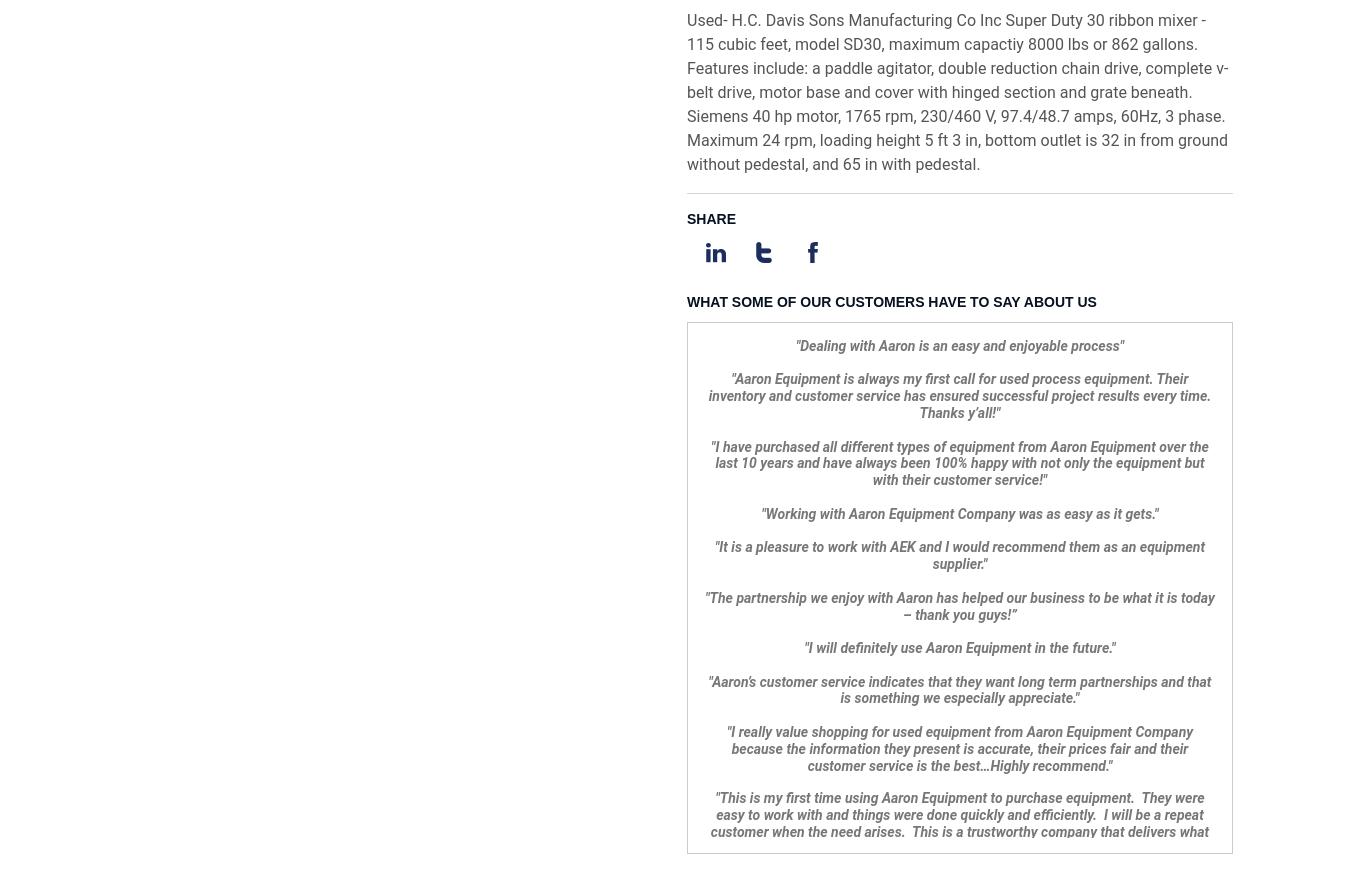 The height and width of the screenshot is (881, 1350). Describe the element at coordinates (348, 686) in the screenshot. I see `'EQUIPMENT LINKS'` at that location.